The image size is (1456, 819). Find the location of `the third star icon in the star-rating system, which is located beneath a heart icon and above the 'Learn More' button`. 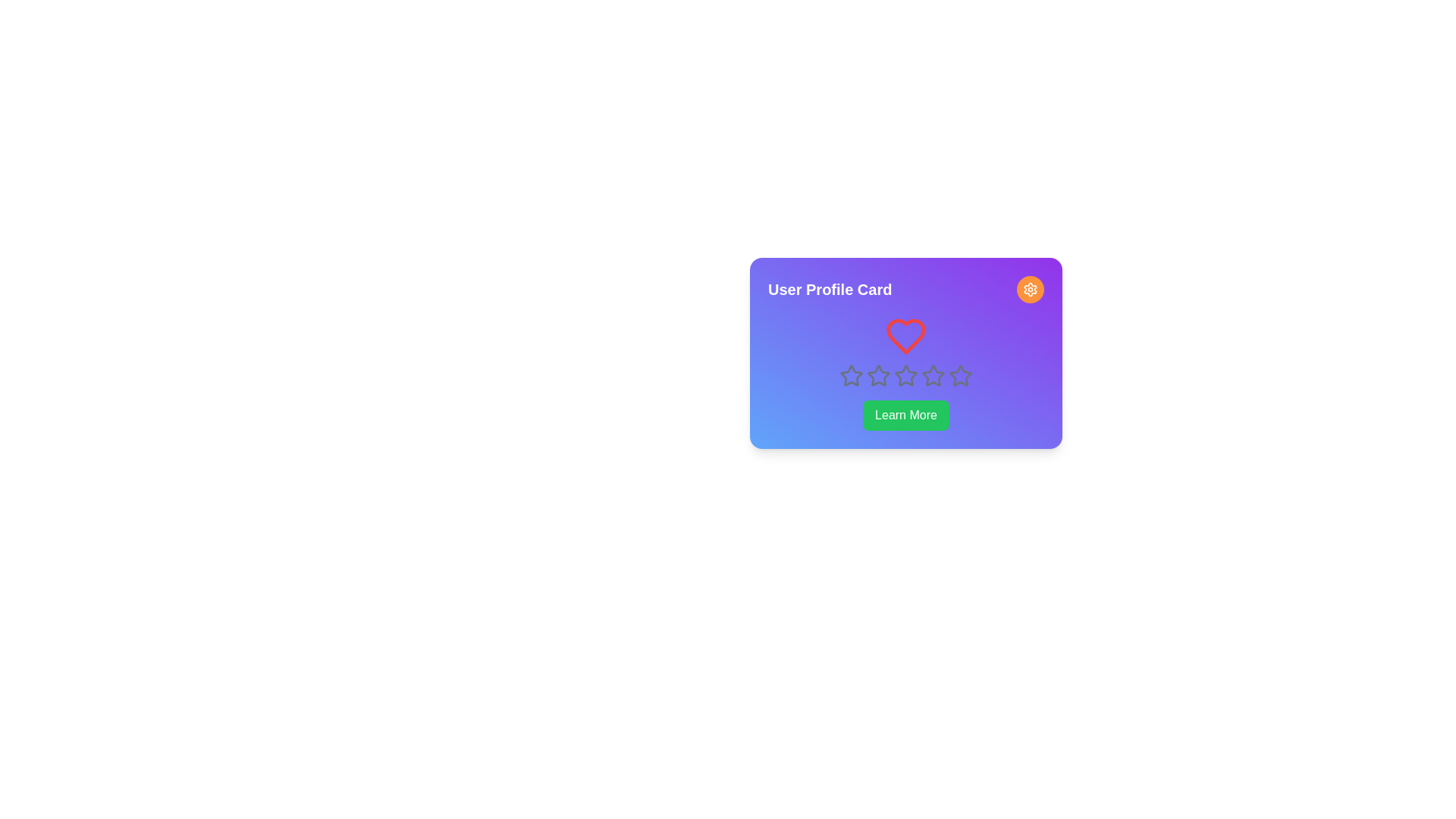

the third star icon in the star-rating system, which is located beneath a heart icon and above the 'Learn More' button is located at coordinates (906, 375).